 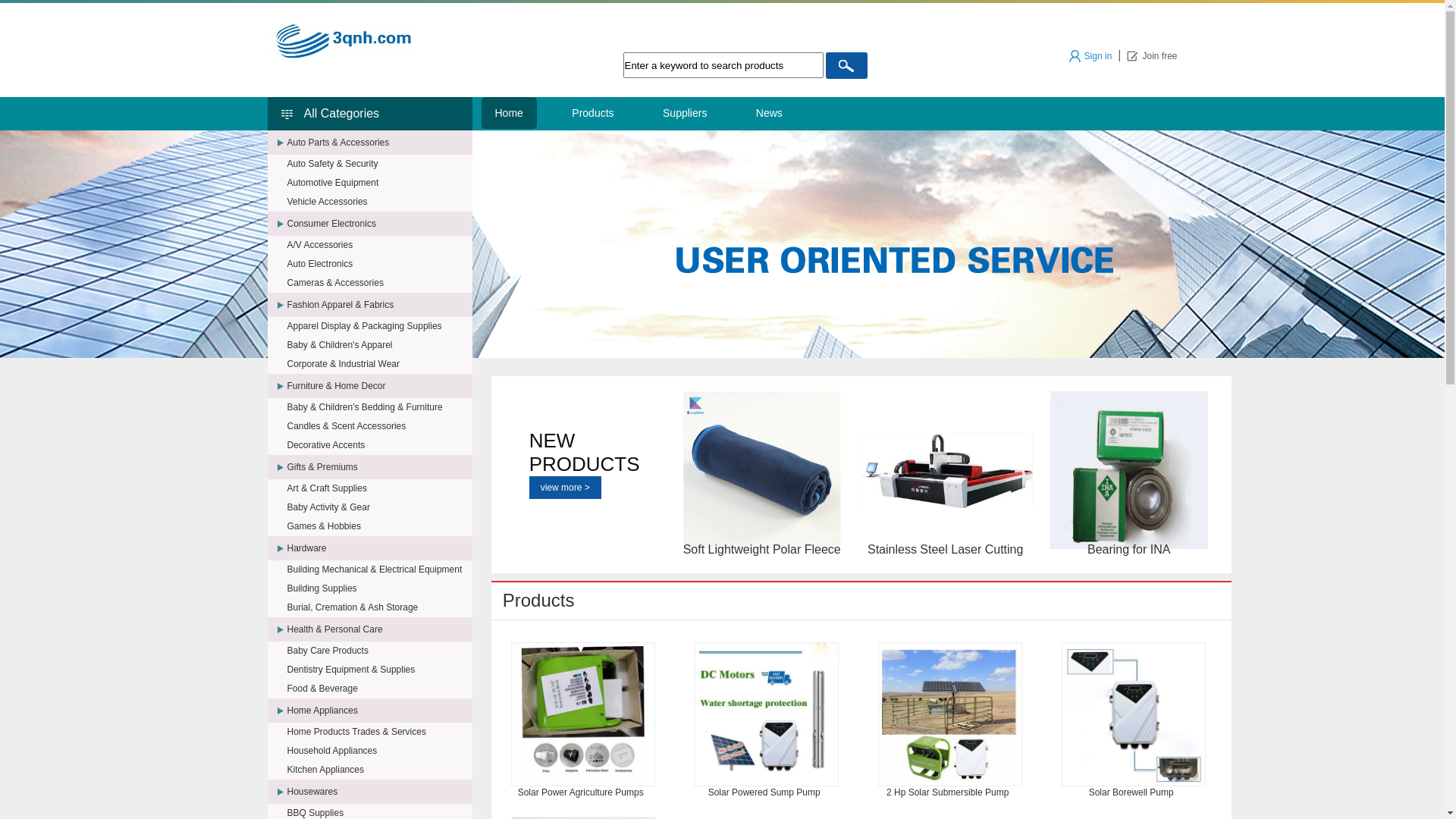 What do you see at coordinates (287, 466) in the screenshot?
I see `'Gifts & Premiums'` at bounding box center [287, 466].